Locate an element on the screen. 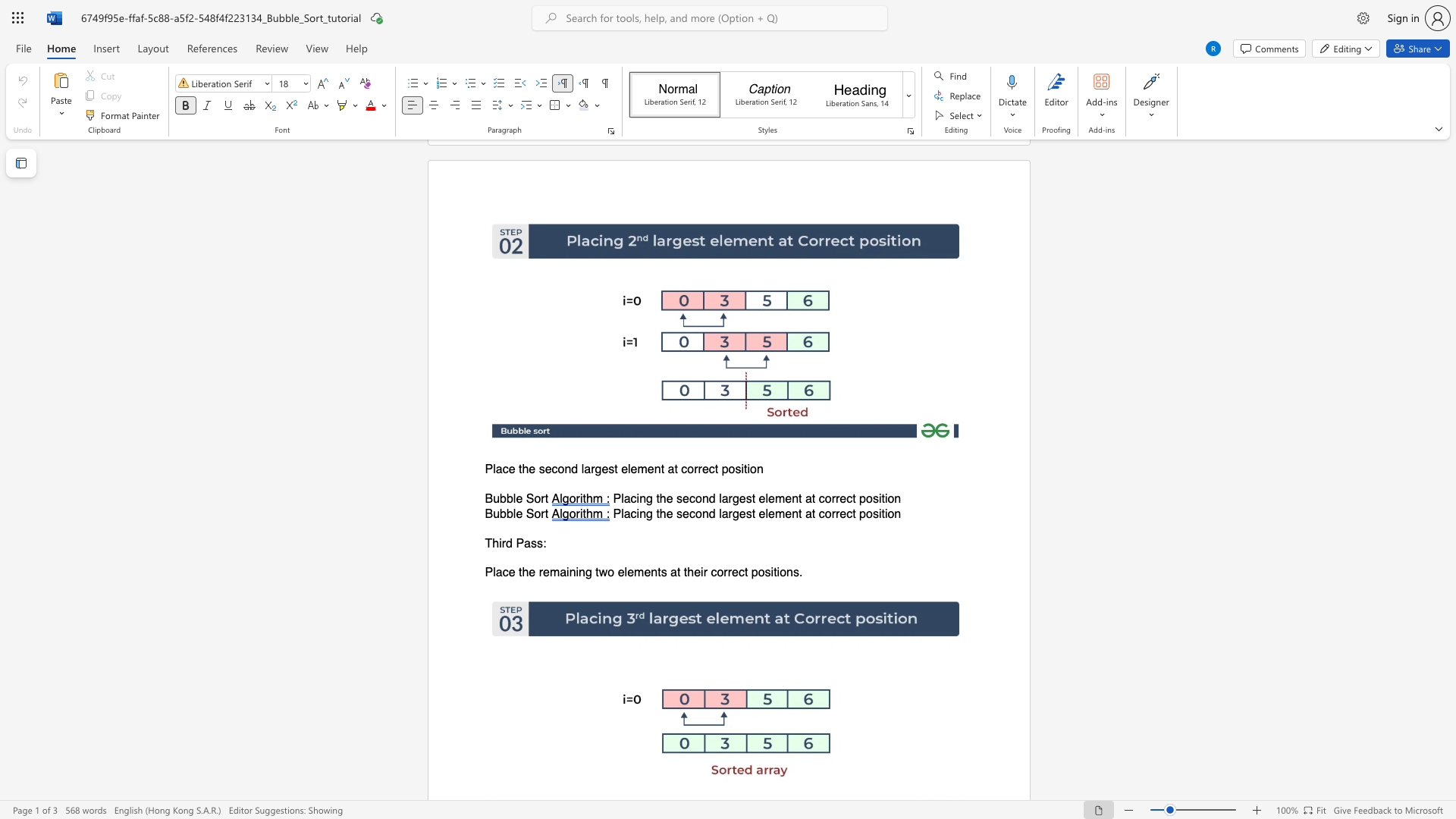 The width and height of the screenshot is (1456, 819). the subset text "rt" within the text "Bubble Sort" is located at coordinates (541, 513).